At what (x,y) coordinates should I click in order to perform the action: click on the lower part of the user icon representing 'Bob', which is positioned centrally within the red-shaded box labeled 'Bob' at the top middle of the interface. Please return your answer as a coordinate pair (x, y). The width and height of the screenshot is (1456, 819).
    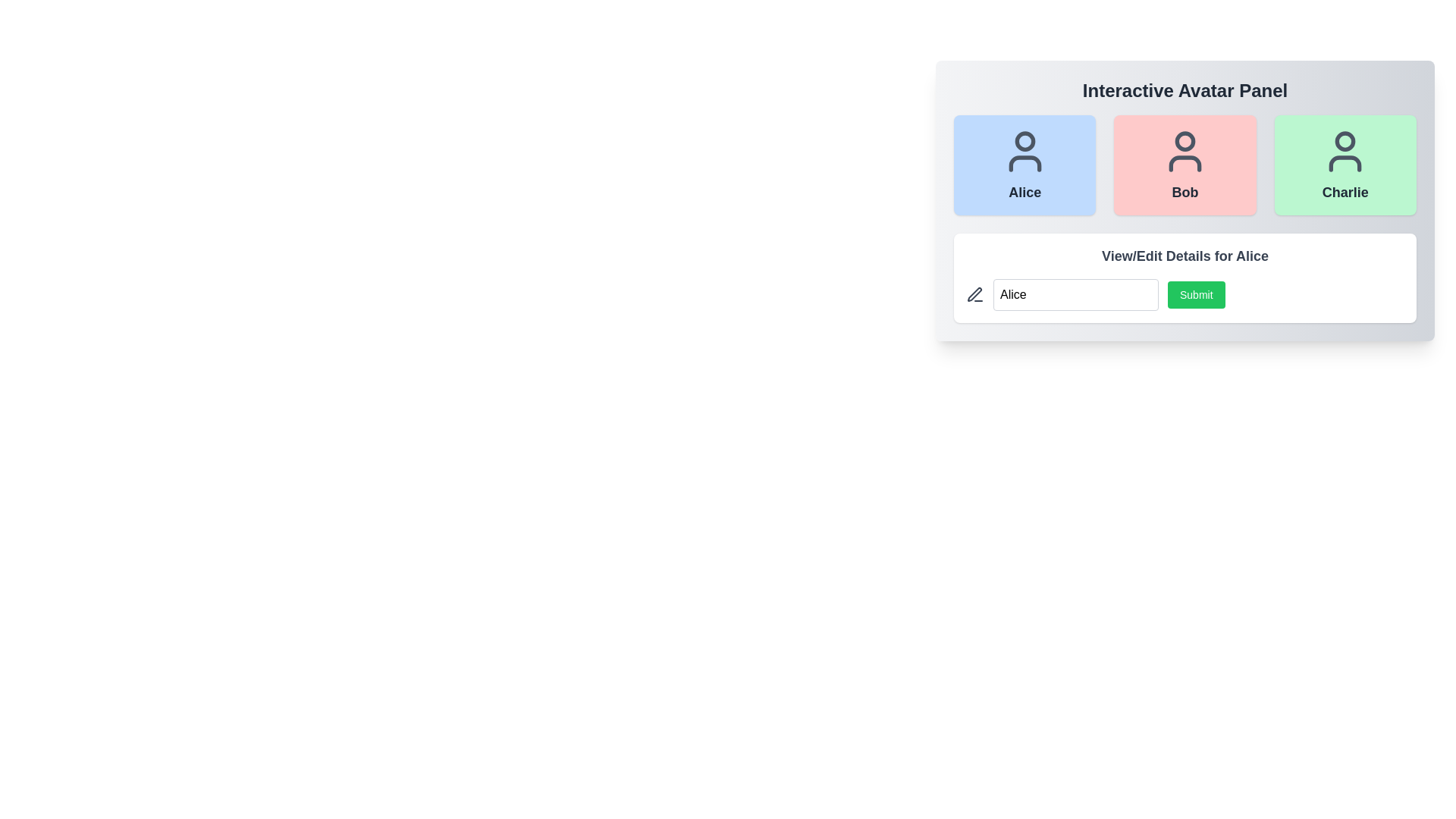
    Looking at the image, I should click on (1185, 164).